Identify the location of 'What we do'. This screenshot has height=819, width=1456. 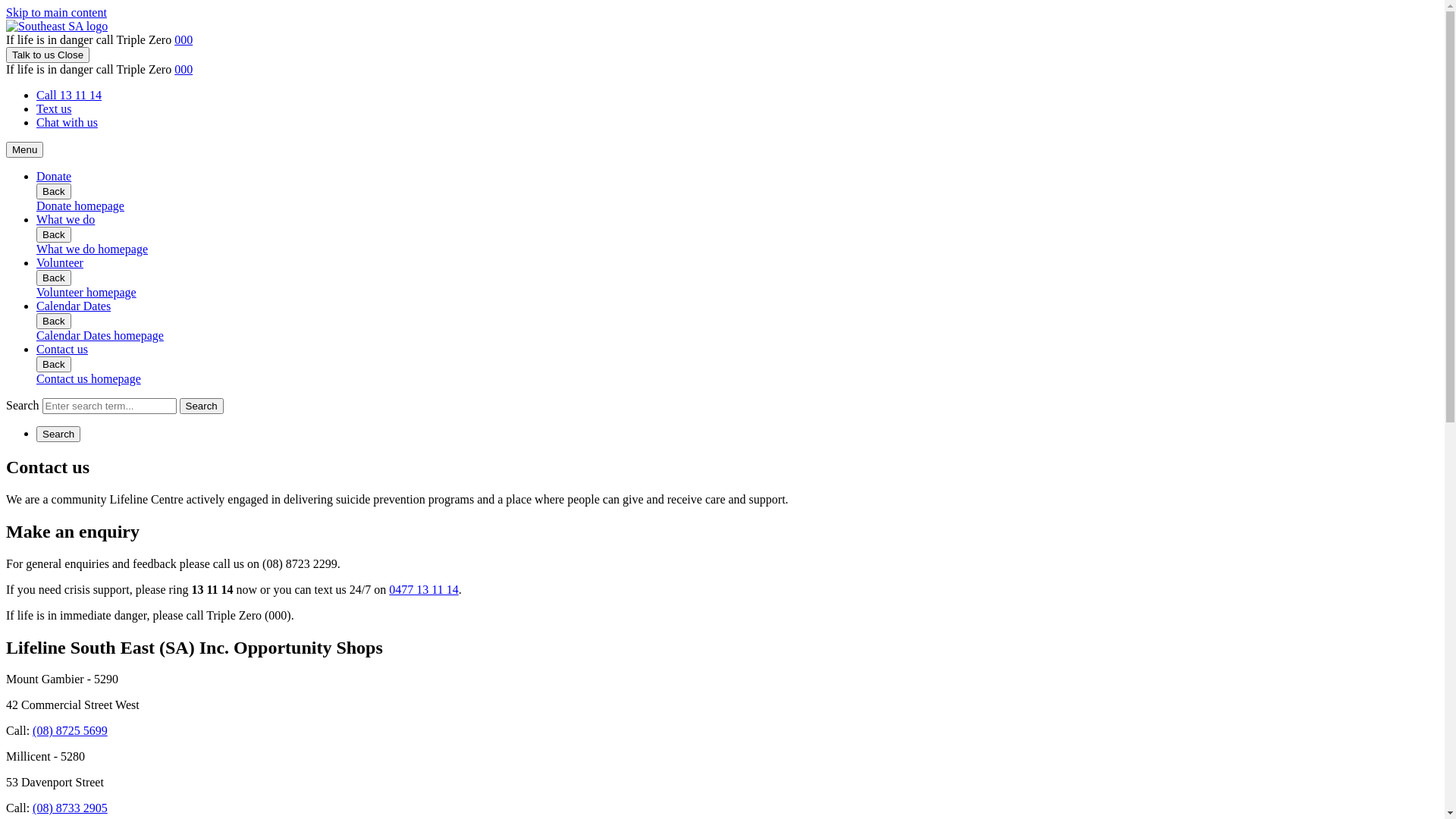
(36, 219).